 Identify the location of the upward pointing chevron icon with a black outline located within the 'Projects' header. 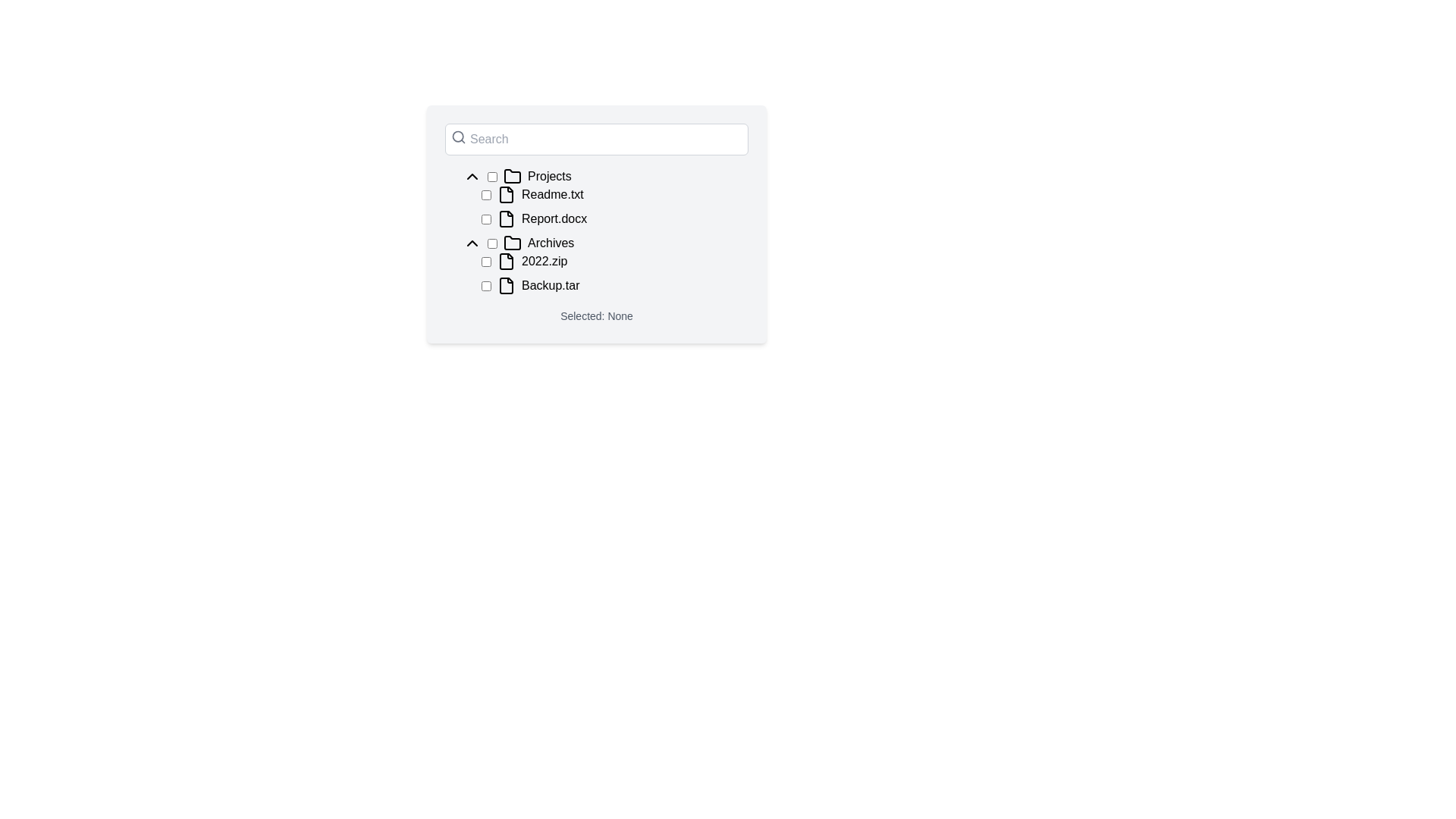
(472, 175).